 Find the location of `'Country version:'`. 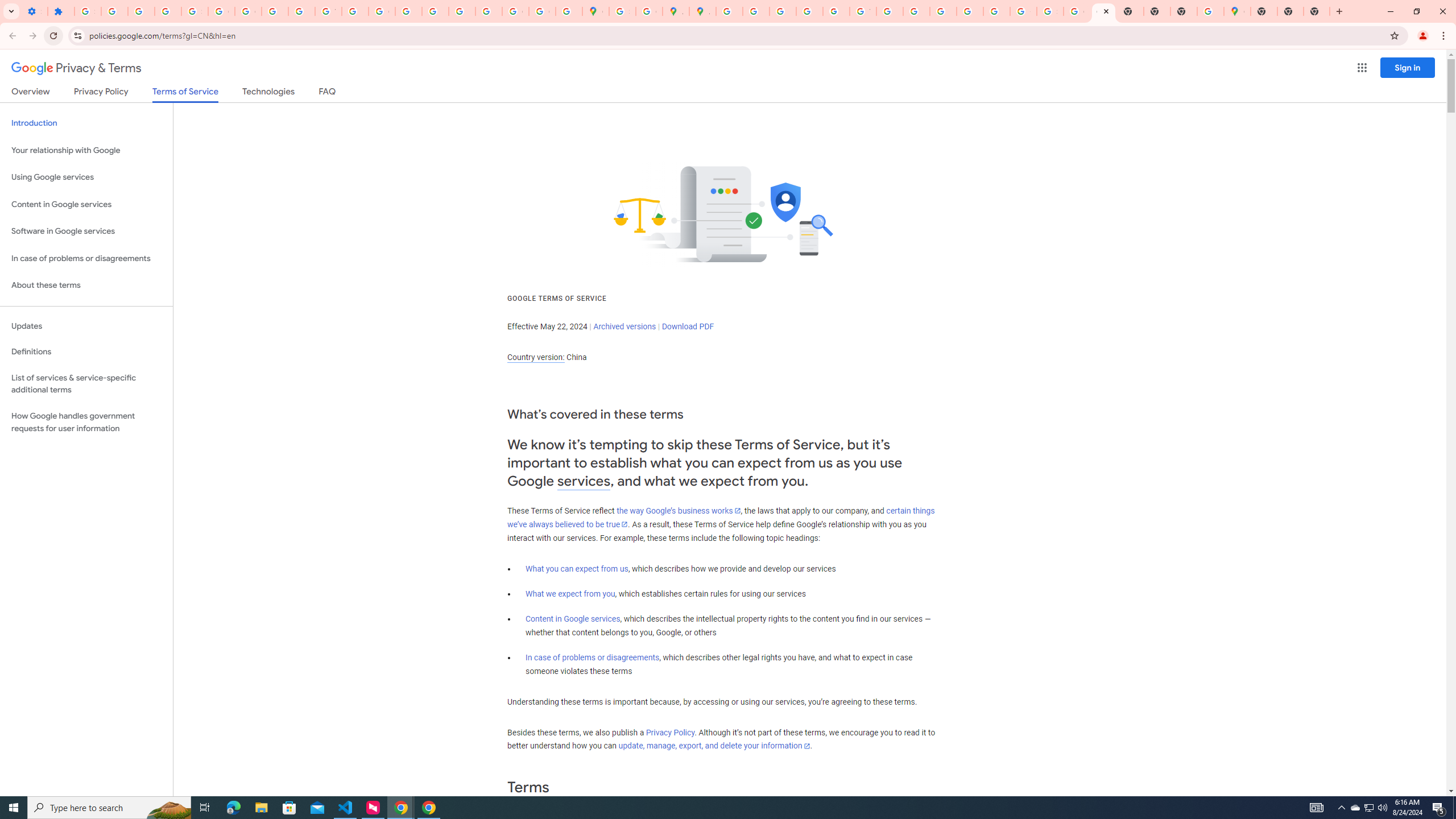

'Country version:' is located at coordinates (535, 357).